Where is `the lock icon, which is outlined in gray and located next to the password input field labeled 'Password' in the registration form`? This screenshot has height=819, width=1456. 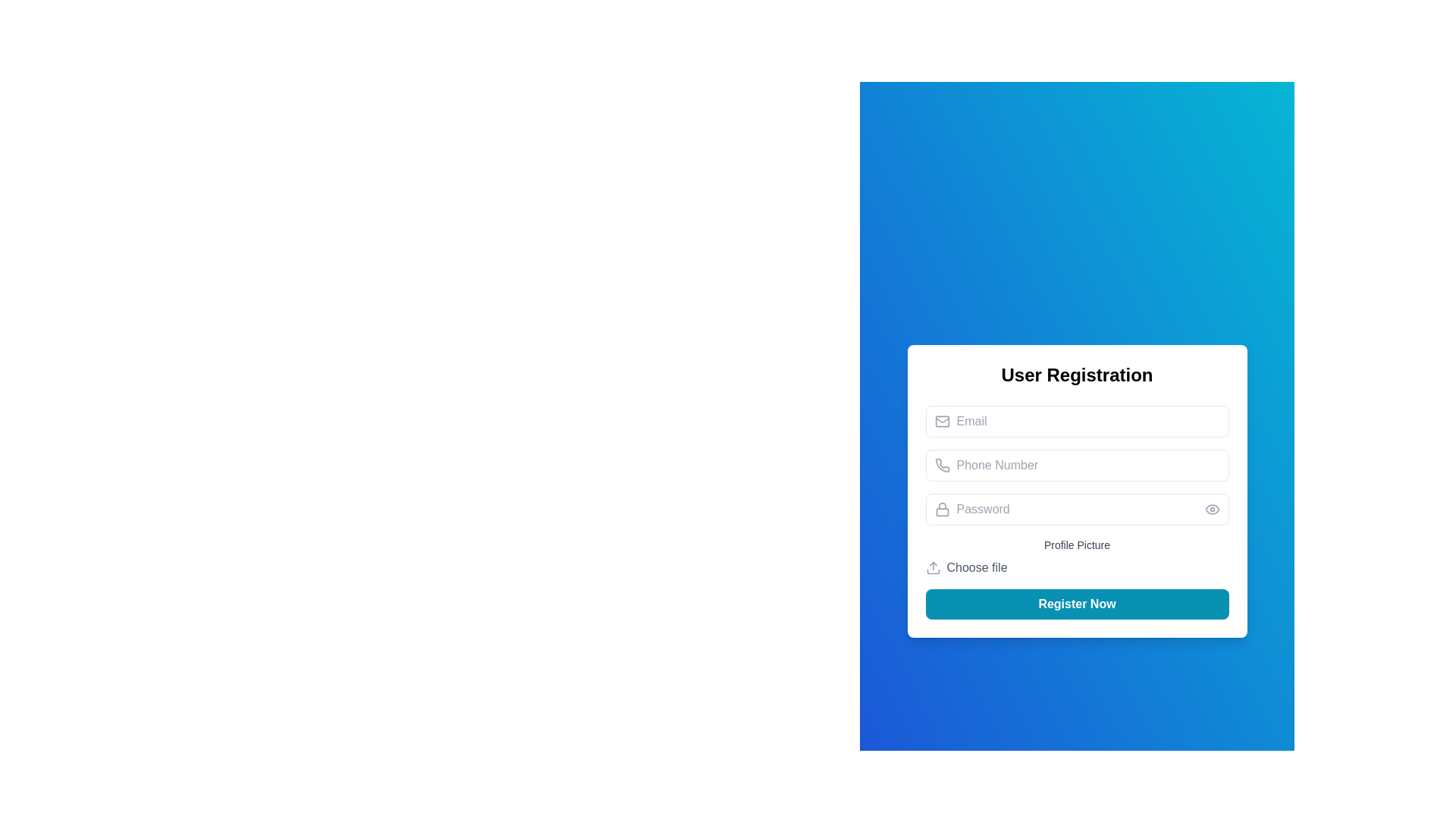 the lock icon, which is outlined in gray and located next to the password input field labeled 'Password' in the registration form is located at coordinates (941, 509).